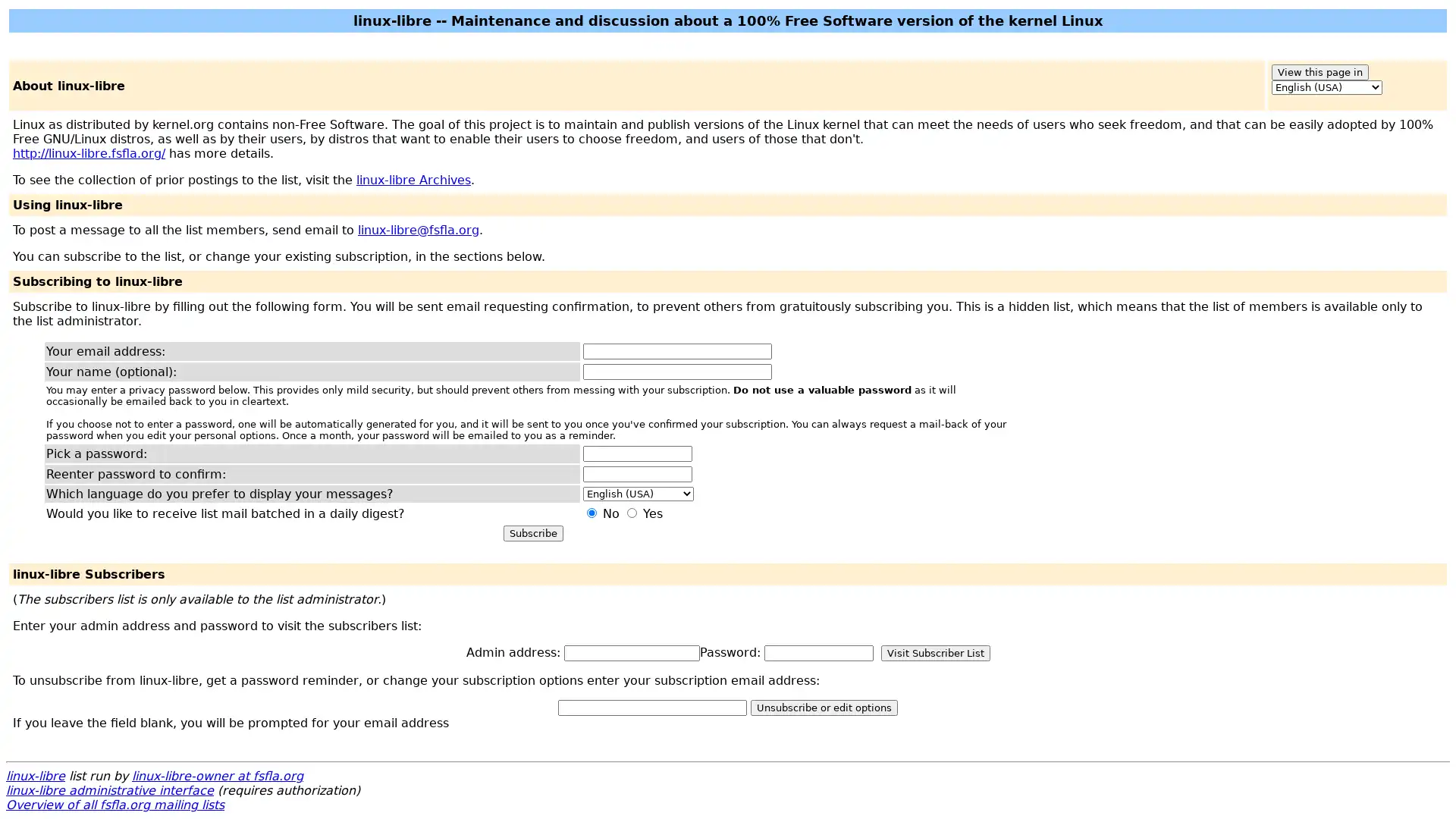 The height and width of the screenshot is (819, 1456). I want to click on View this page in, so click(1318, 72).